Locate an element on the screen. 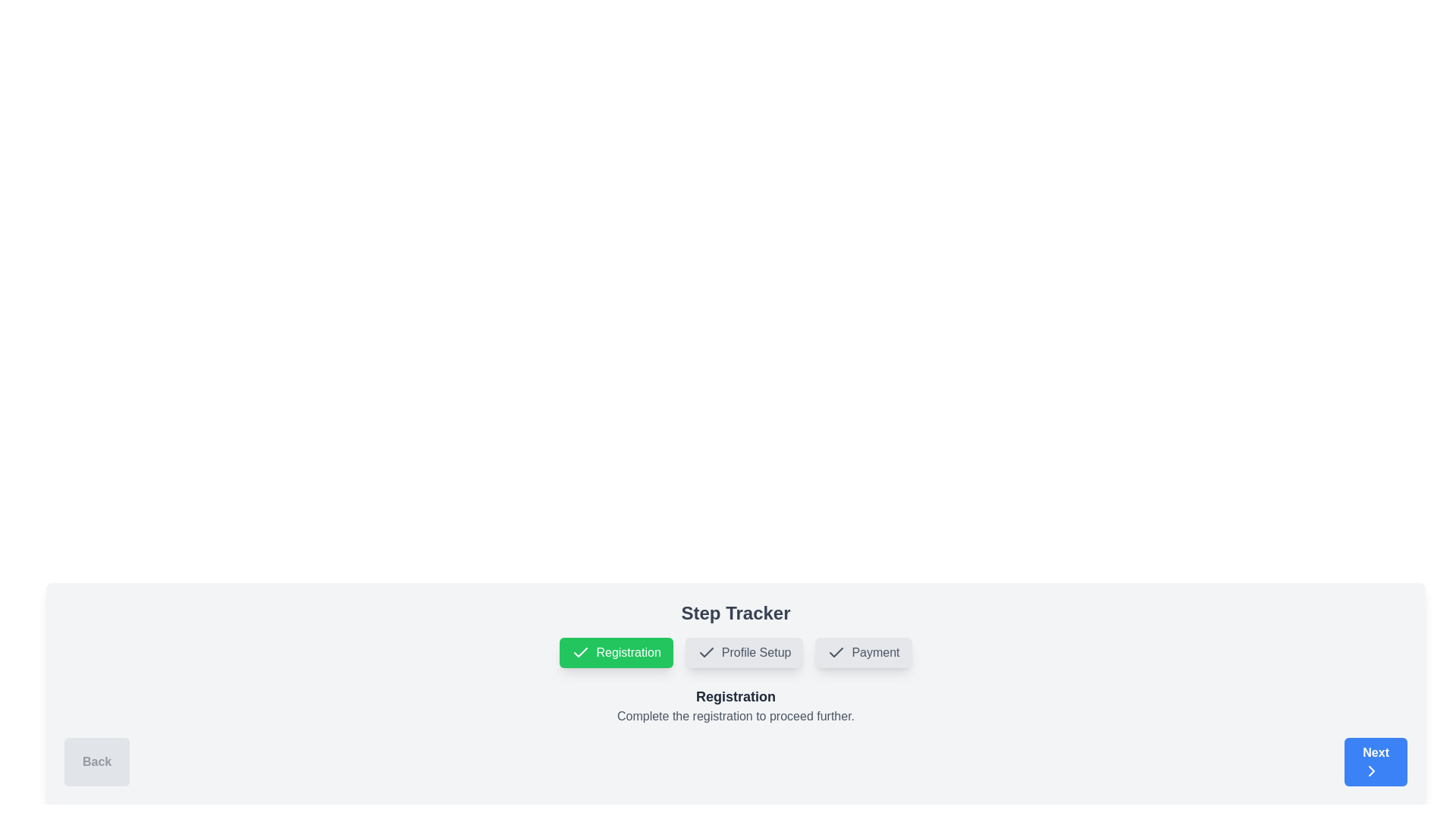 The image size is (1456, 819). the clean, minimal check icon in the 'Profile Setup' section of the step tracker interface, which is located to the left of the 'Profile Setup' text and to the right of the 'Registration' step indicator is located at coordinates (705, 651).